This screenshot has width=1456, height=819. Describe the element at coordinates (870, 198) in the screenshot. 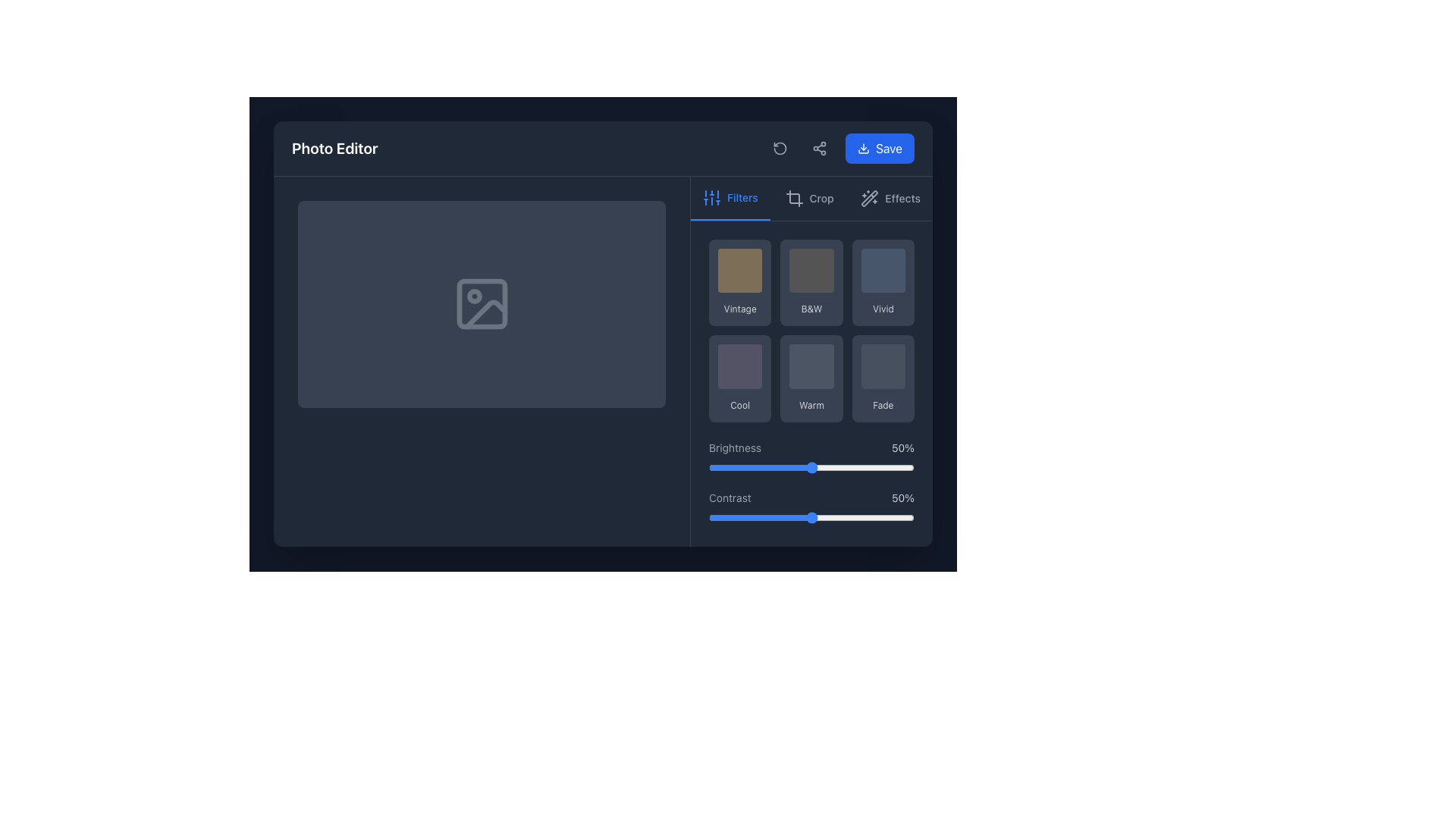

I see `the wand icon with sparkles located in the top-right section of the interface` at that location.